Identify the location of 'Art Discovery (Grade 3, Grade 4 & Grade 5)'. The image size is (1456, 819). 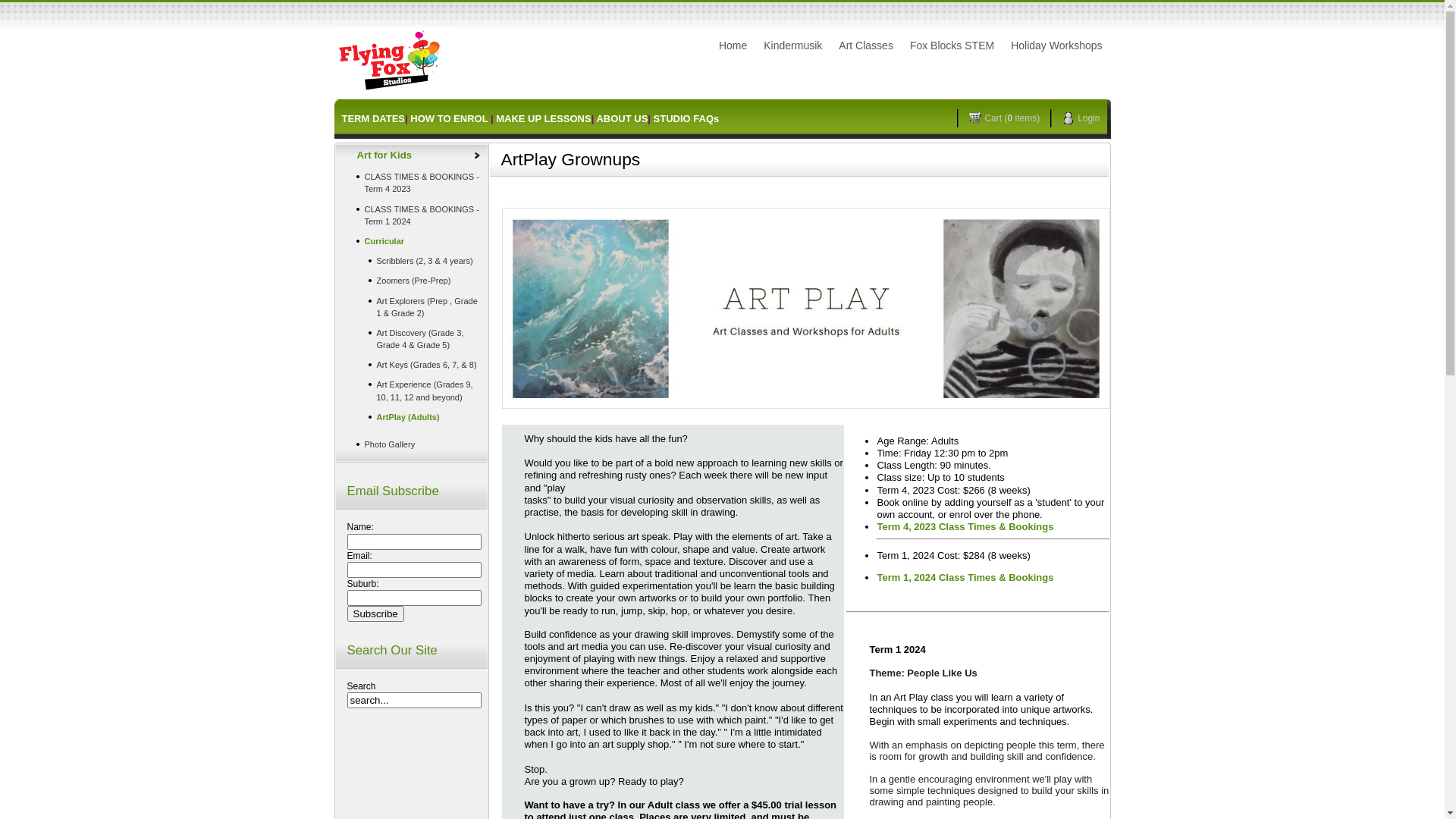
(411, 338).